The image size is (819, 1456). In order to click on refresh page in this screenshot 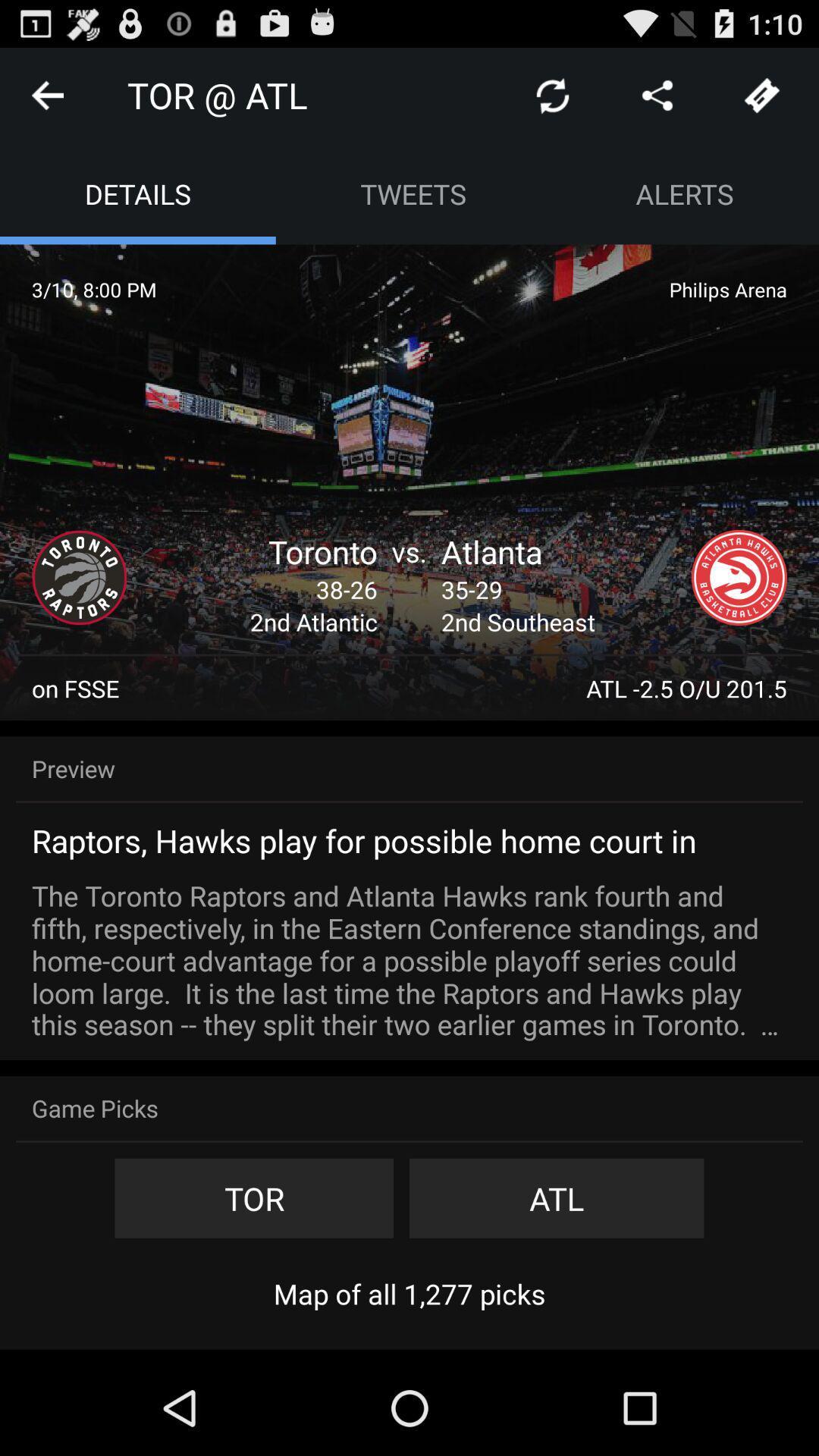, I will do `click(553, 94)`.